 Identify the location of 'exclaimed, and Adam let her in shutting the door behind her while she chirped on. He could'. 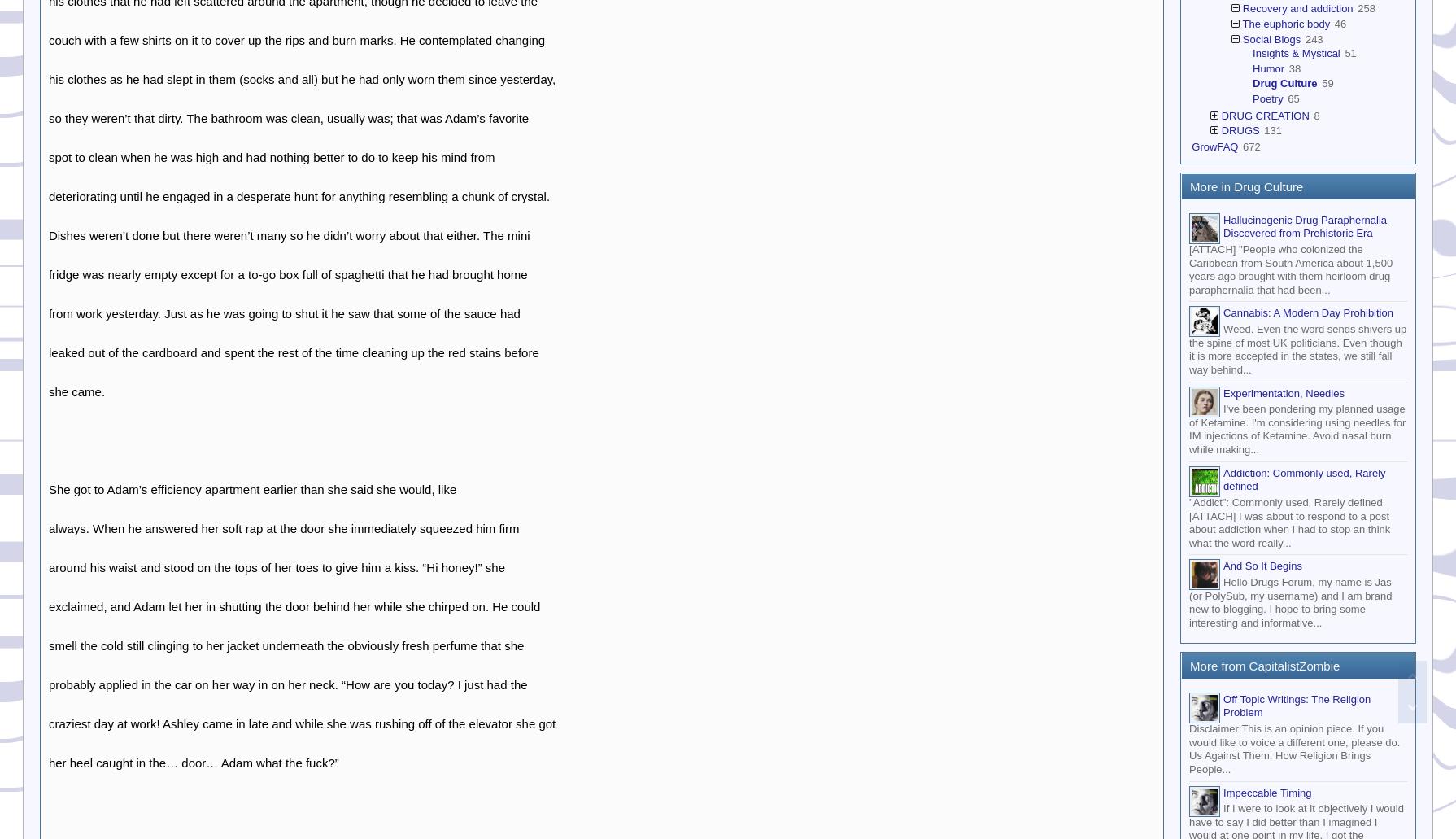
(294, 605).